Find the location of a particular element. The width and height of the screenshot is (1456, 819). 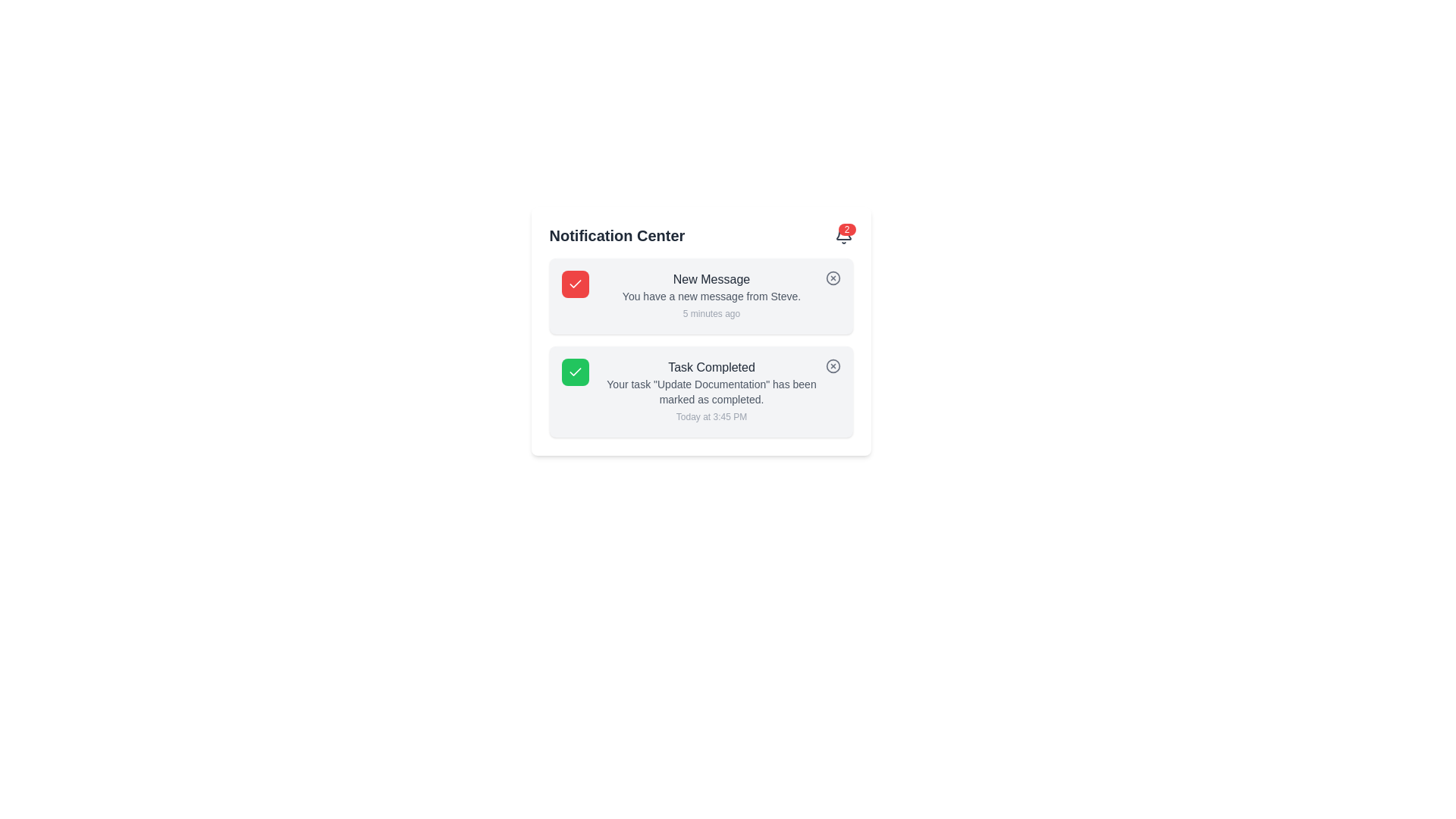

the Icon Button that visually indicates task completion, located to the left of the text 'Task Completed' within the notification card is located at coordinates (574, 372).